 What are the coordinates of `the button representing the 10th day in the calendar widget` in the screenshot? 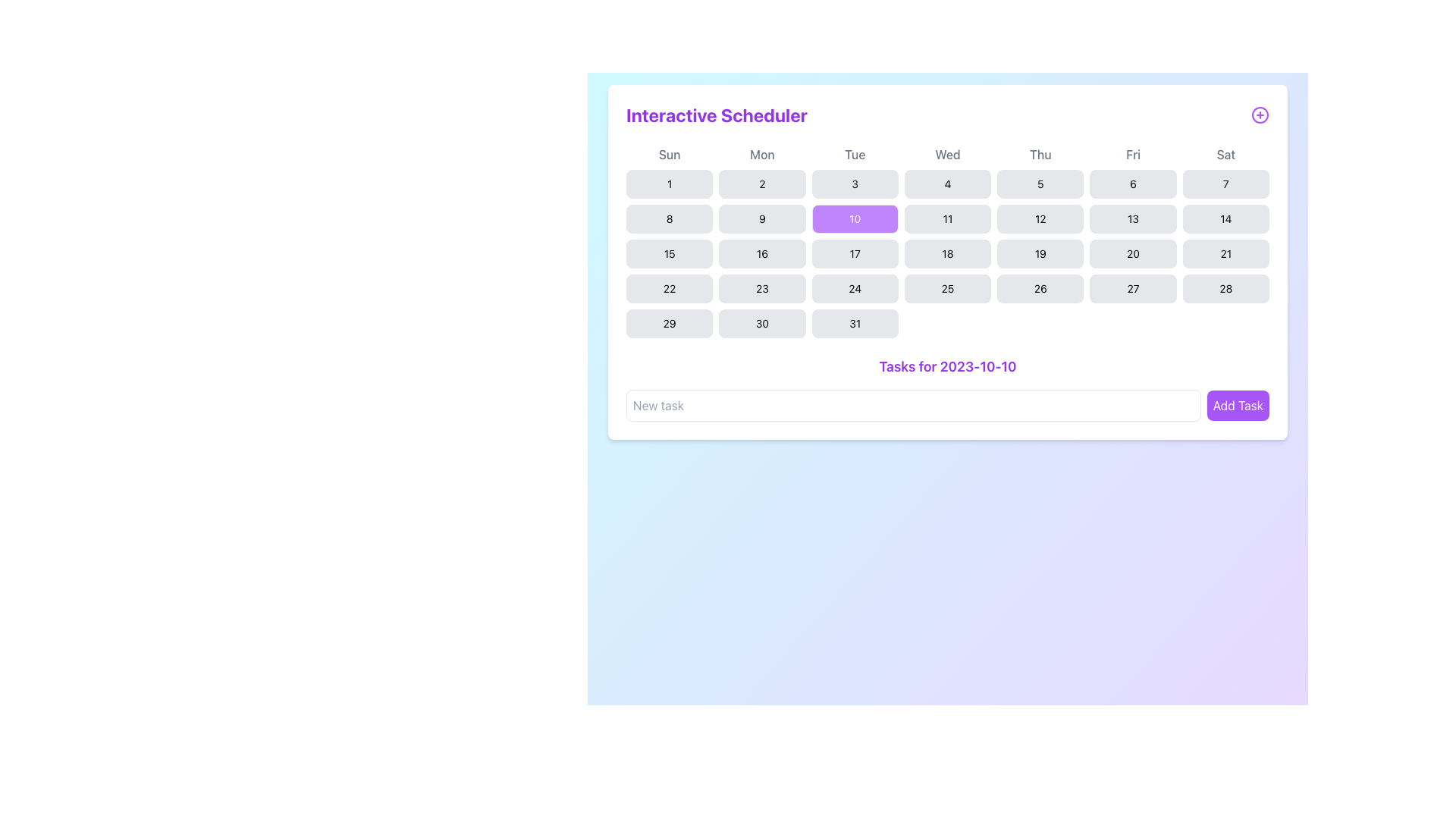 It's located at (855, 219).